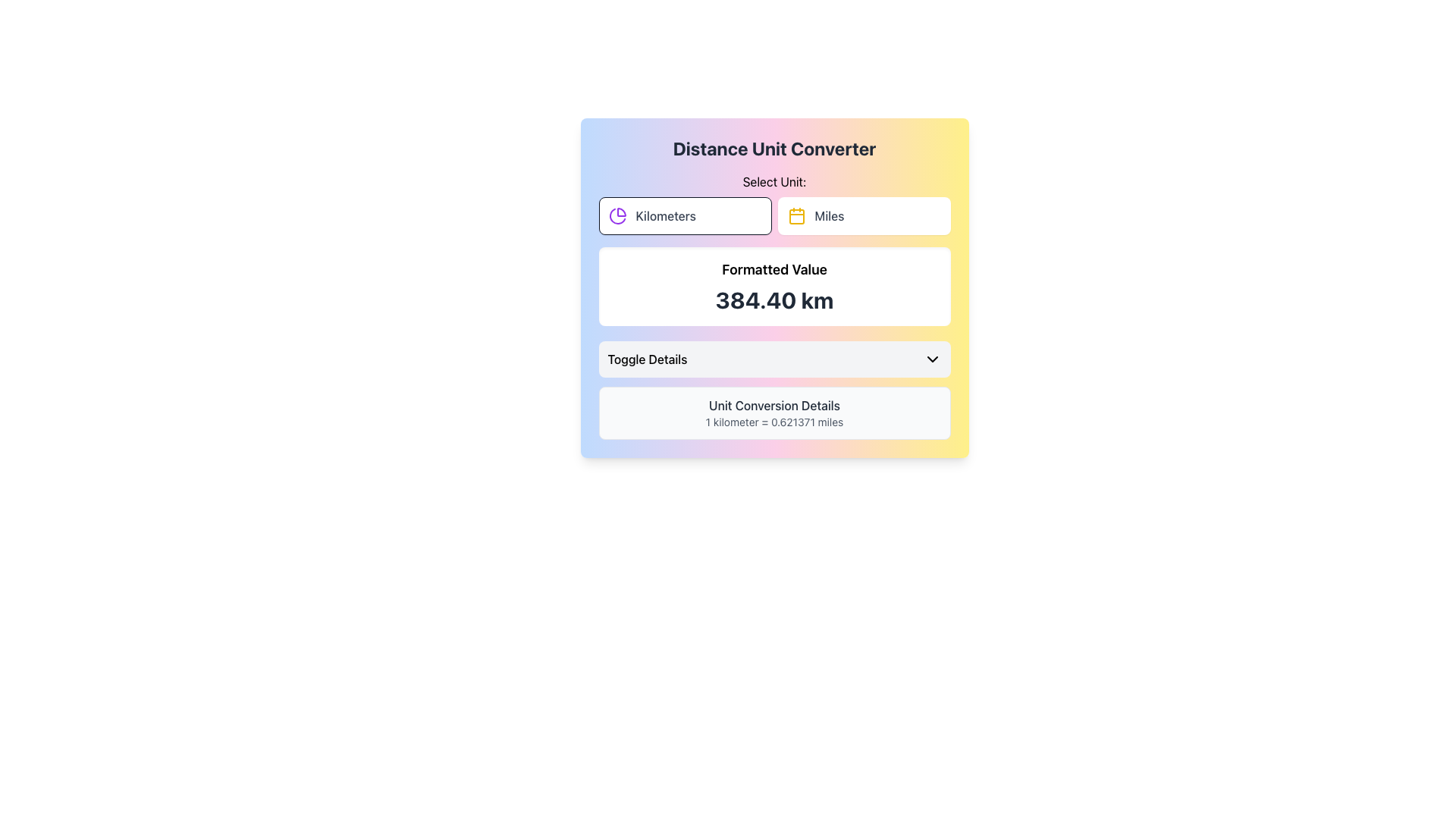  What do you see at coordinates (774, 203) in the screenshot?
I see `the 'Miles' option in the segmented control for distance measurement selection, positioned above the '384.40 km' value` at bounding box center [774, 203].